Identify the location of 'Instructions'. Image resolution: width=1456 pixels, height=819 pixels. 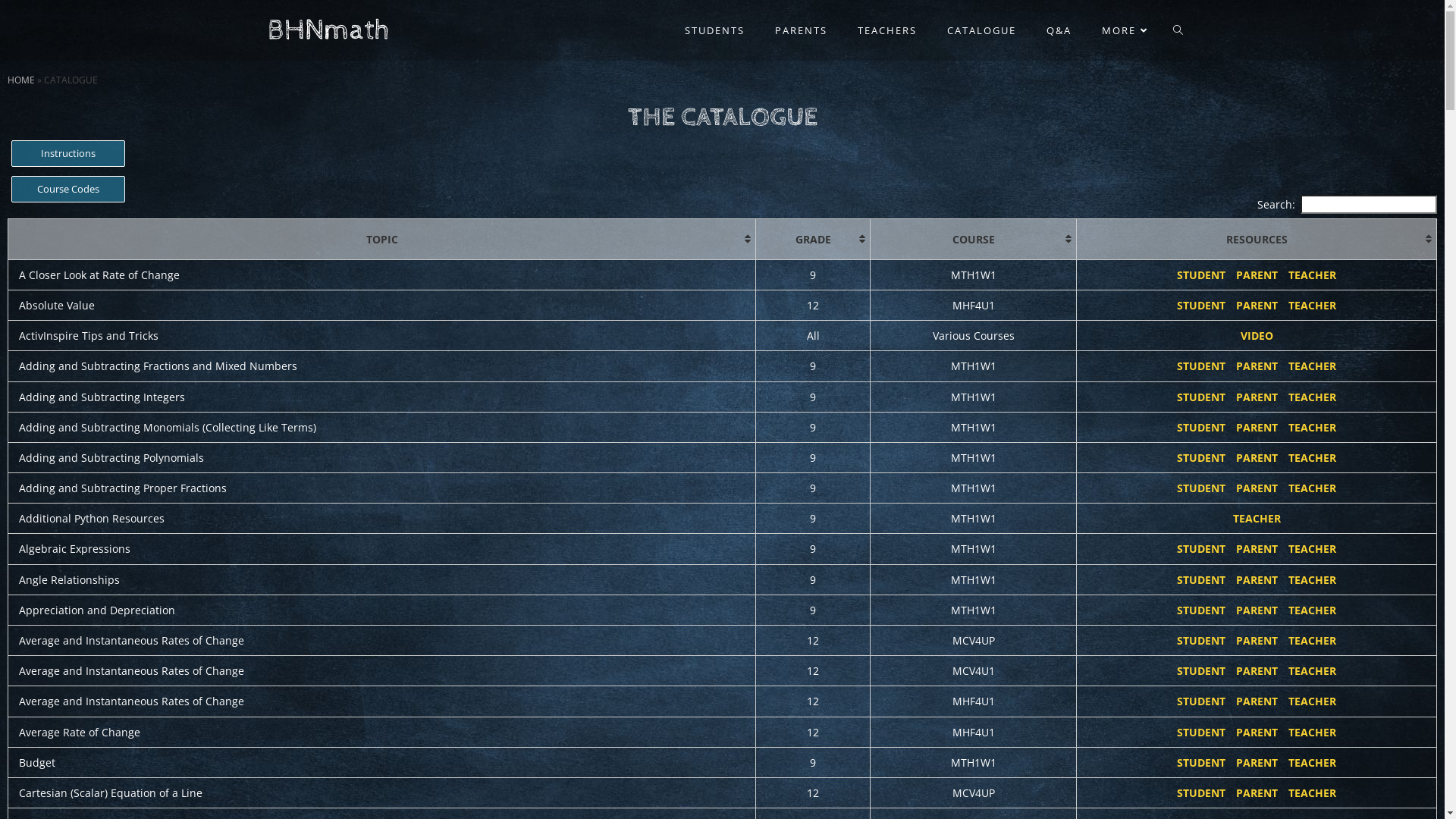
(67, 153).